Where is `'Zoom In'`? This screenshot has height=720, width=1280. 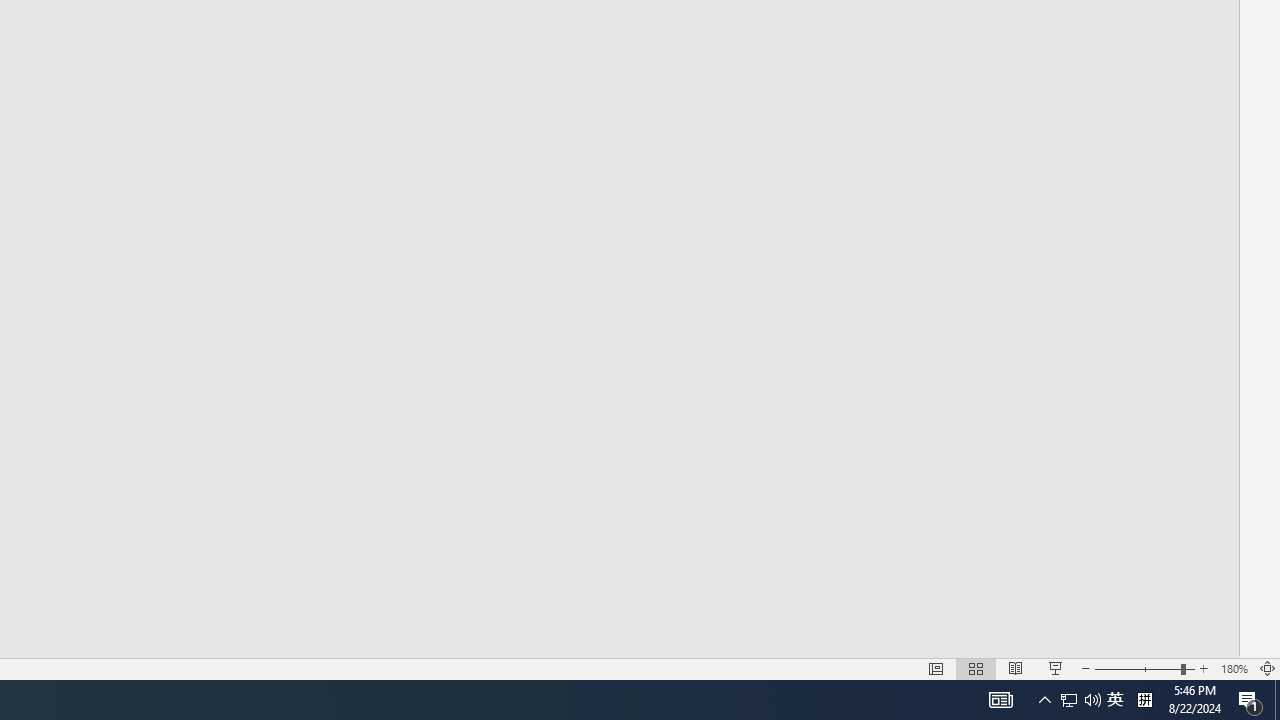 'Zoom In' is located at coordinates (1203, 669).